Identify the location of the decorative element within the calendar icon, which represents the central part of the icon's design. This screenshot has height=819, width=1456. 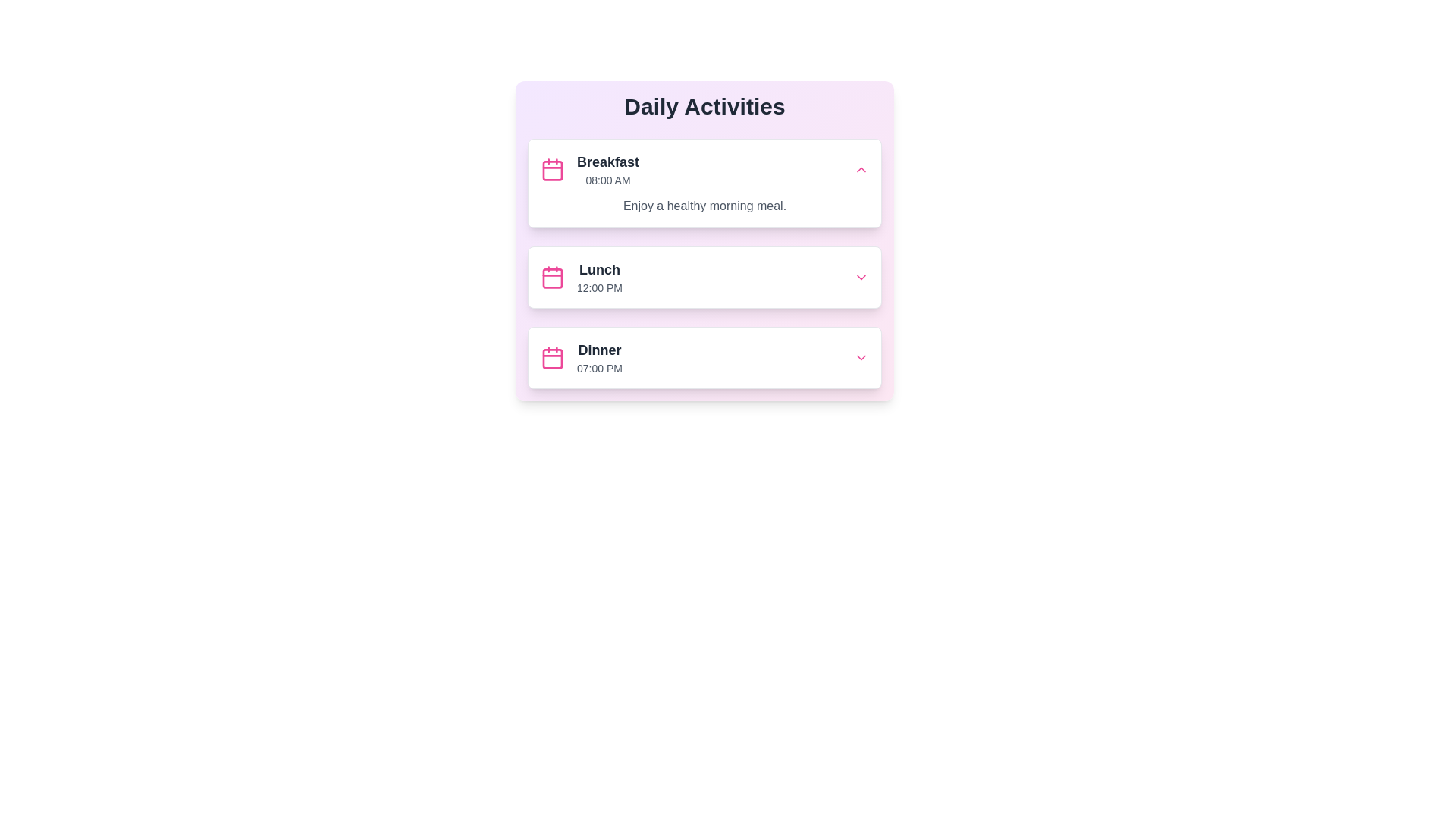
(552, 278).